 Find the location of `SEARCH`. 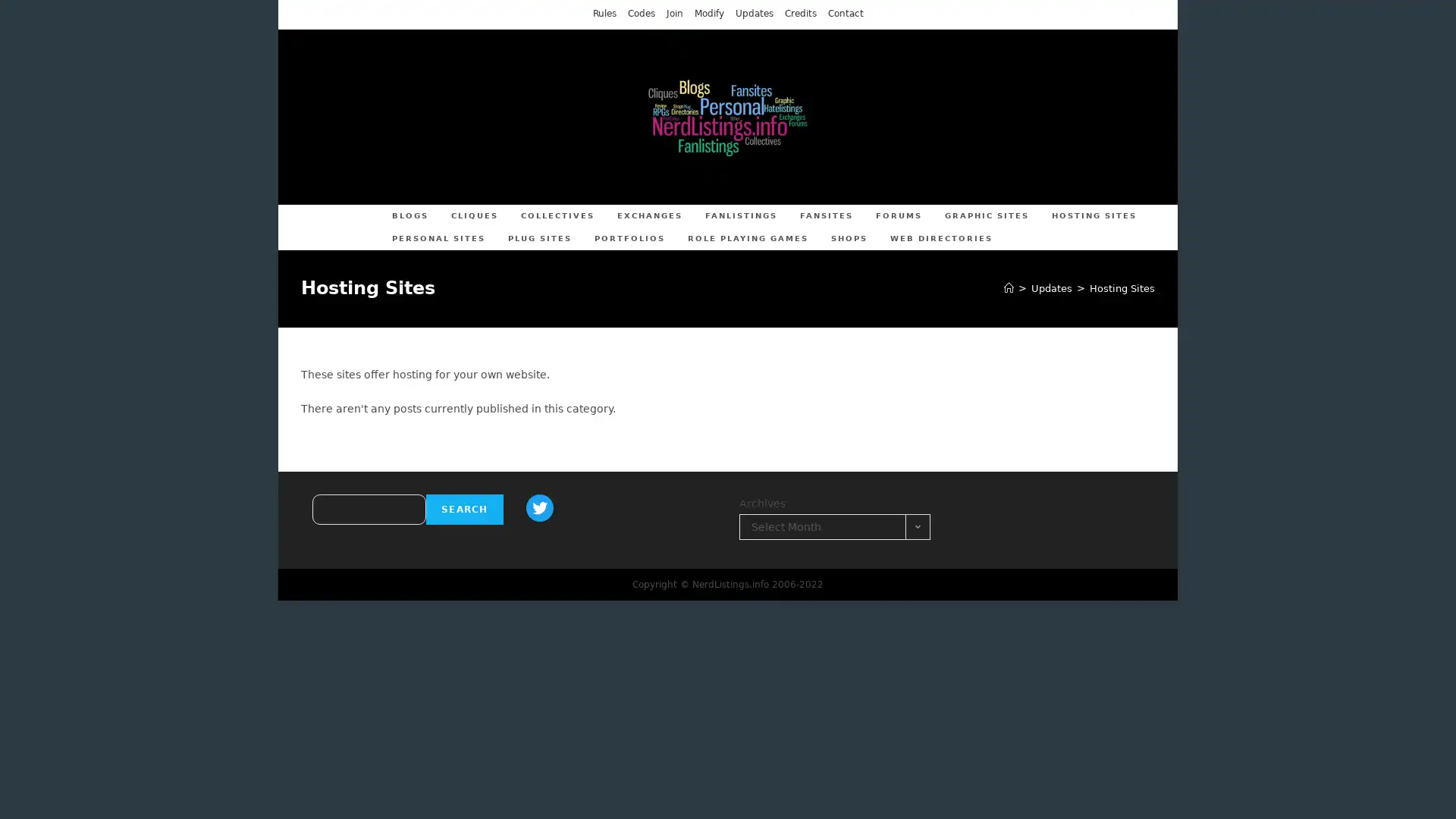

SEARCH is located at coordinates (463, 509).